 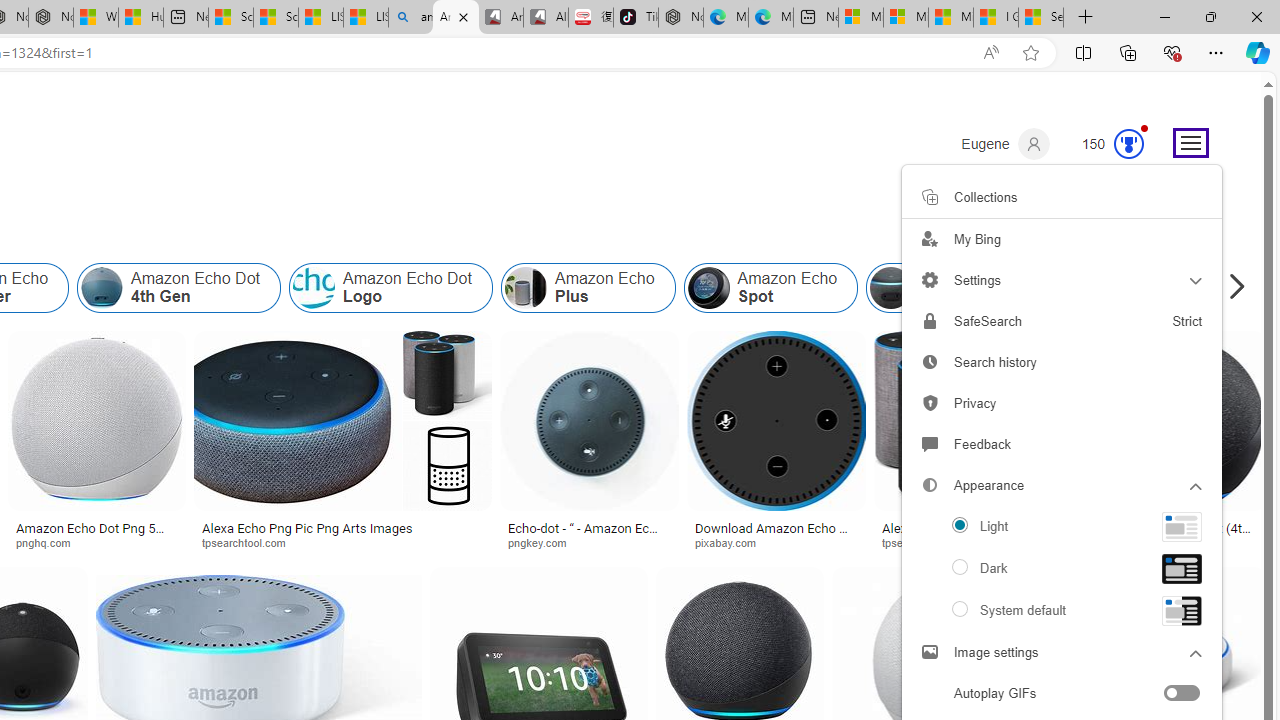 I want to click on 'Amazon Echo Dot 4th Gen', so click(x=179, y=288).